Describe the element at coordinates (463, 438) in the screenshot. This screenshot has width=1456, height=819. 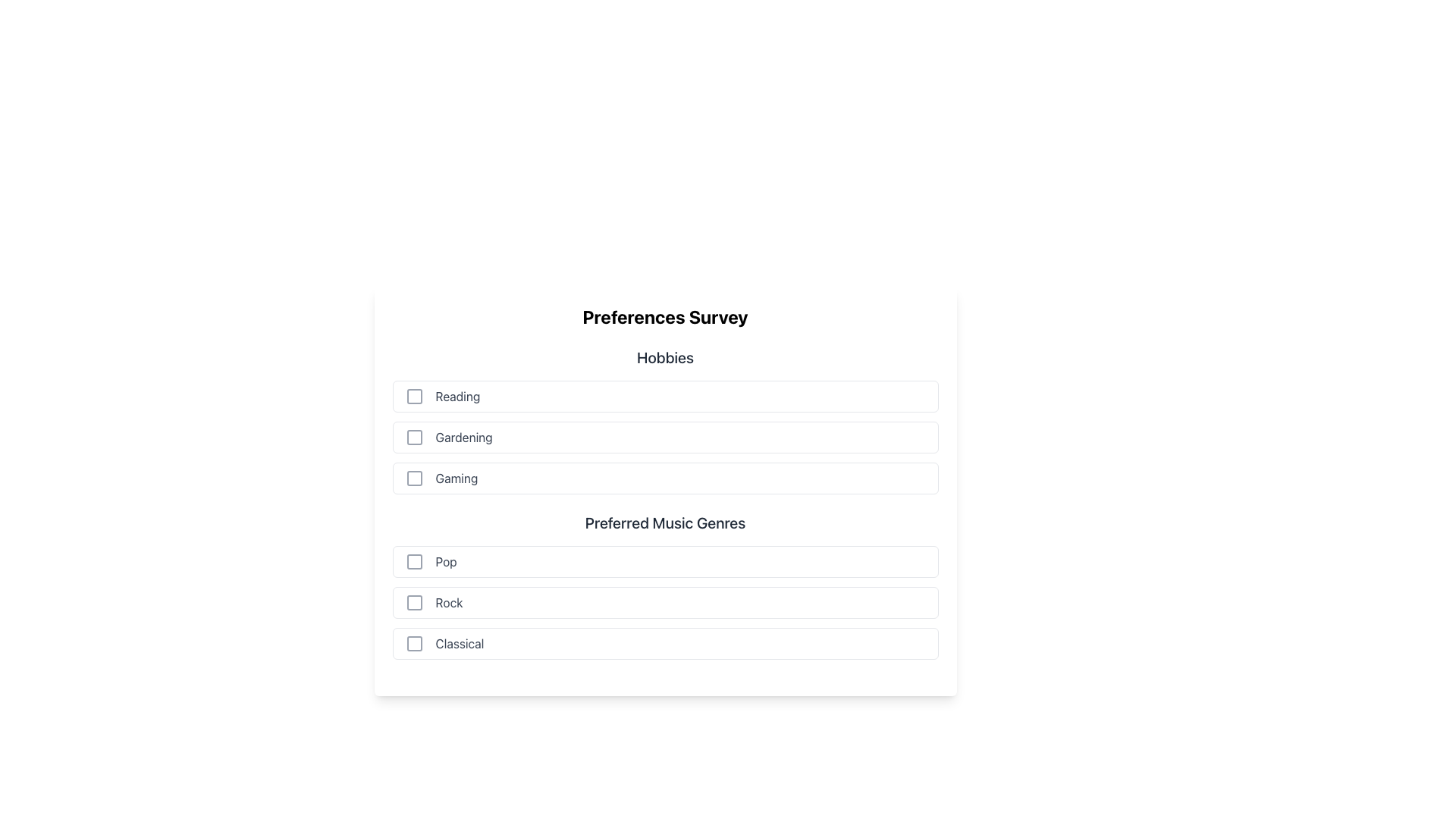
I see `the 'Gardening' hobby choice text label, which is located in the second row under 'Hobbies' and aligned with similar options` at that location.